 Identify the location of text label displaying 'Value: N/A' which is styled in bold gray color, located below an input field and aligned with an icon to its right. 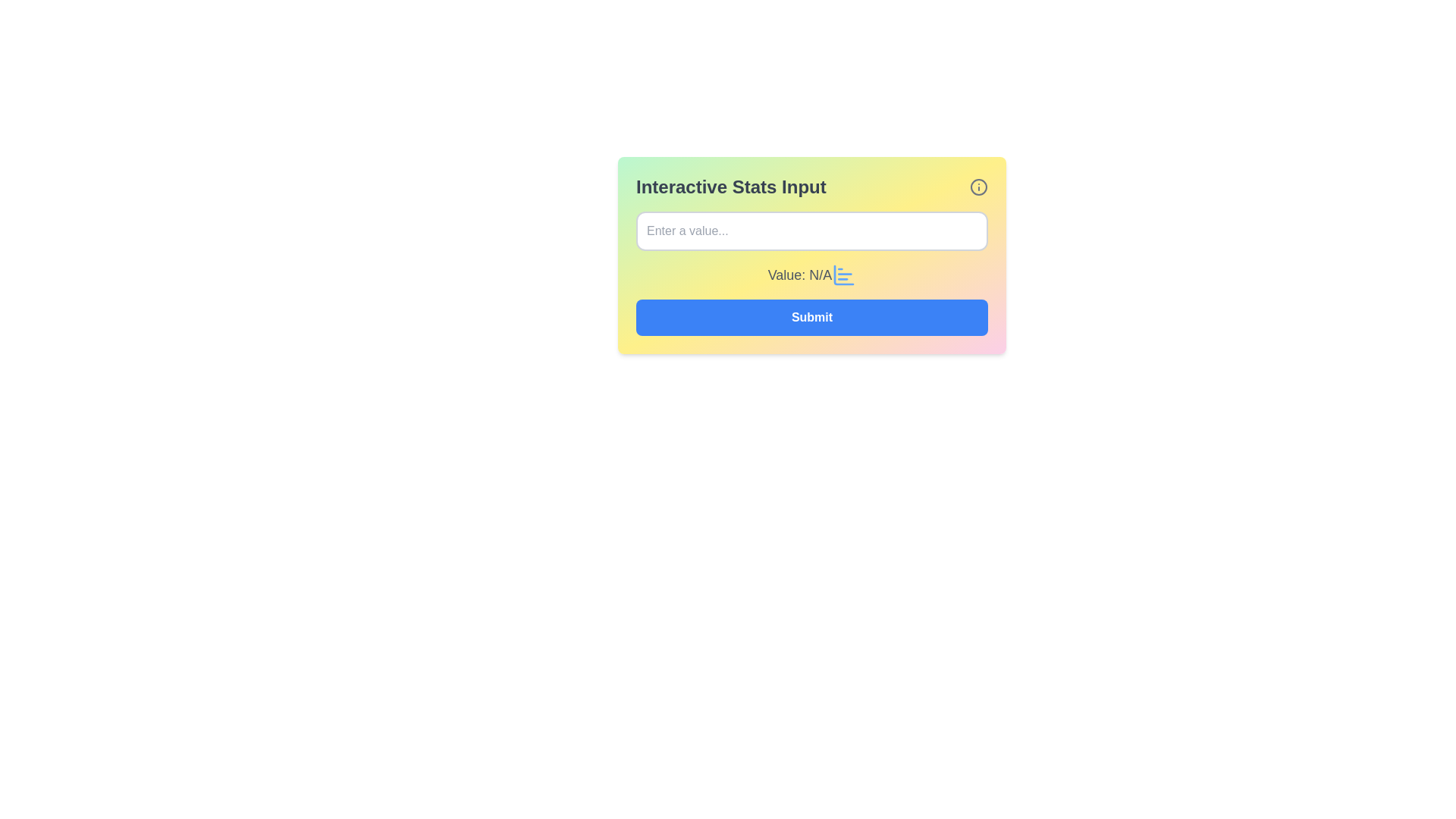
(799, 275).